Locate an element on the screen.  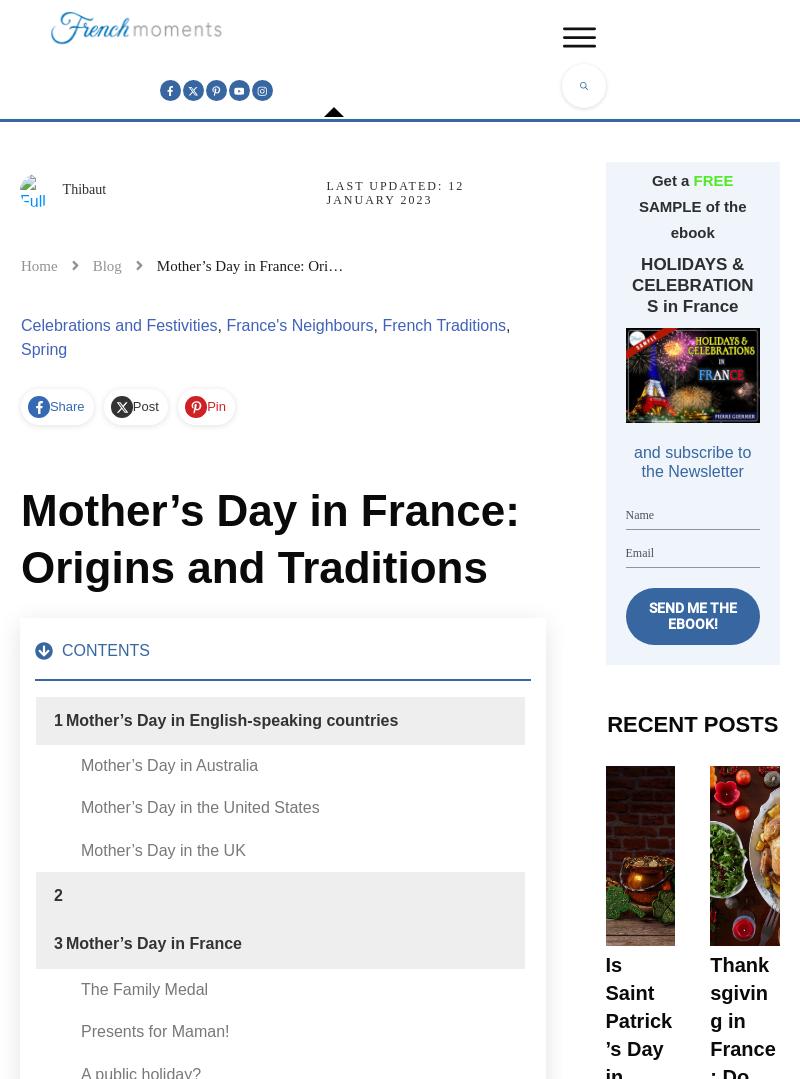
'Last Updated:' is located at coordinates (325, 185).